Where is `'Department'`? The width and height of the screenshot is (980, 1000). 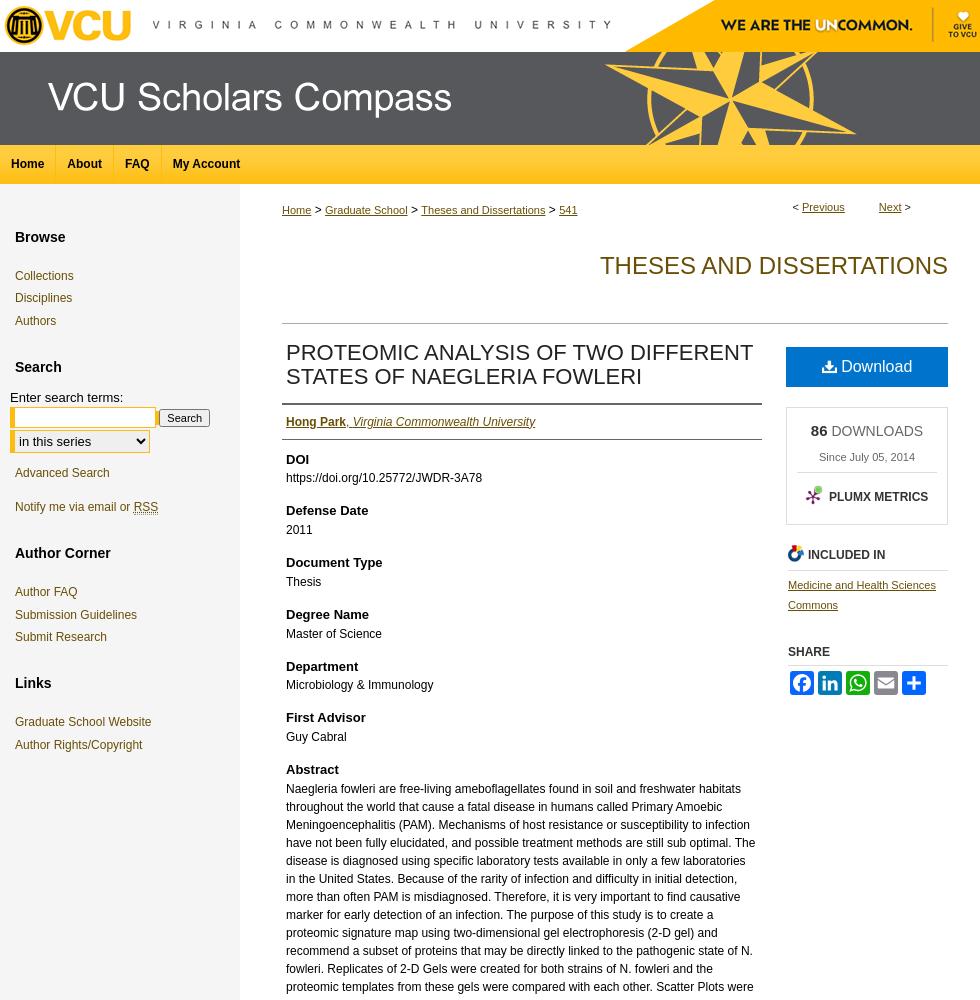 'Department' is located at coordinates (322, 665).